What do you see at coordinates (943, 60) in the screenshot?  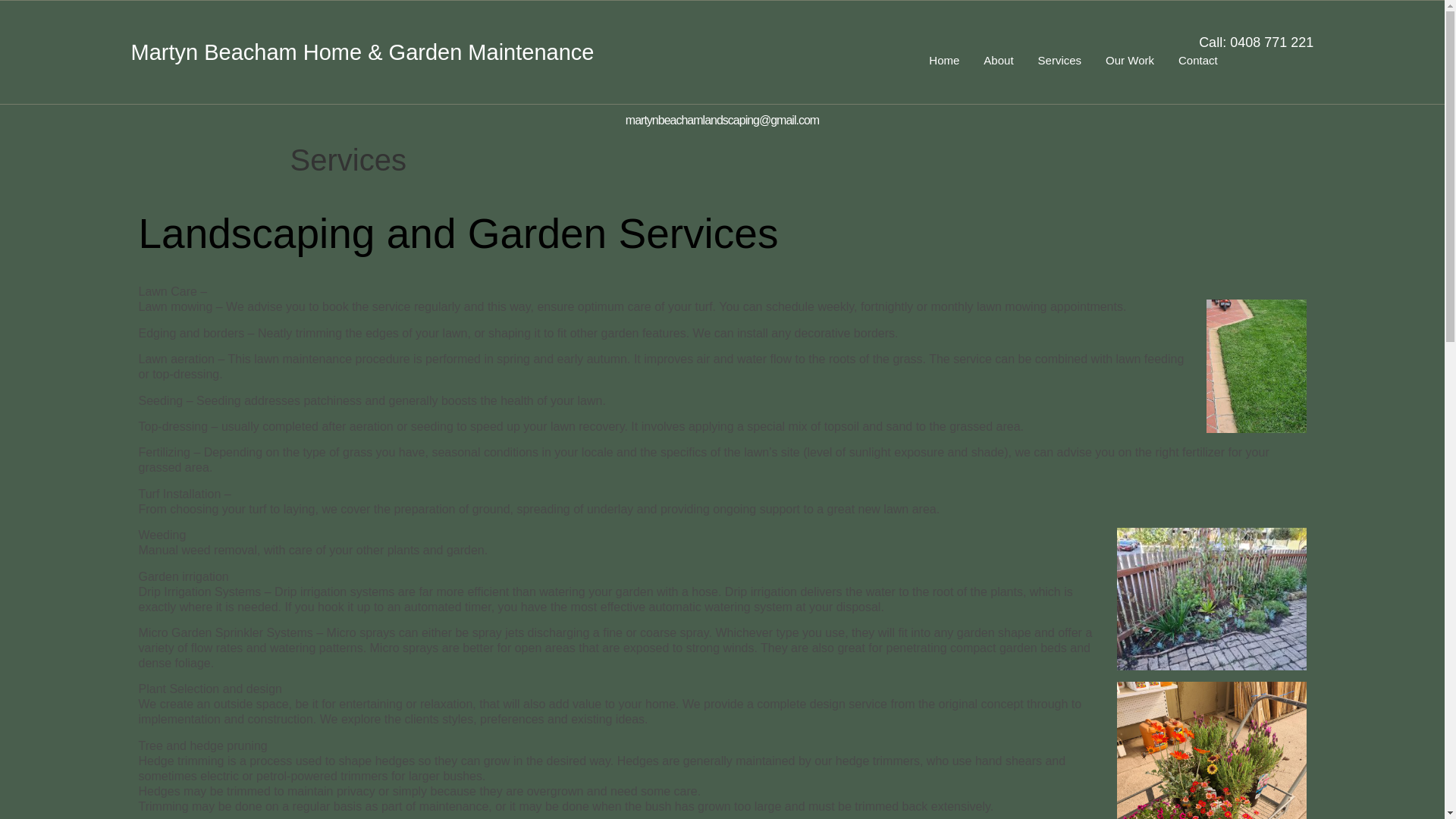 I see `'Home'` at bounding box center [943, 60].